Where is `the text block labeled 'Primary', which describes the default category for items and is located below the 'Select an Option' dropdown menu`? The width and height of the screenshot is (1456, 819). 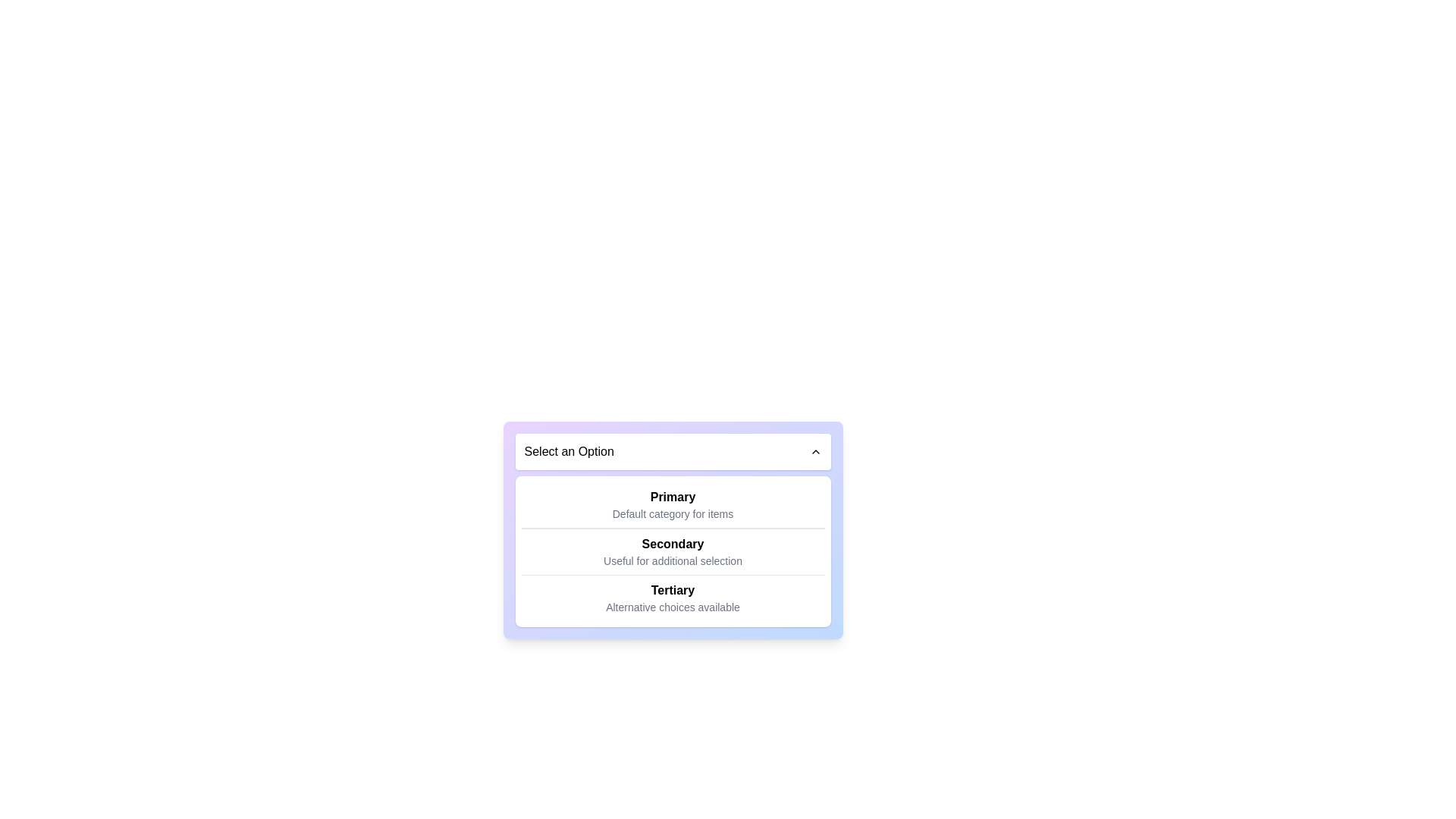
the text block labeled 'Primary', which describes the default category for items and is located below the 'Select an Option' dropdown menu is located at coordinates (672, 505).